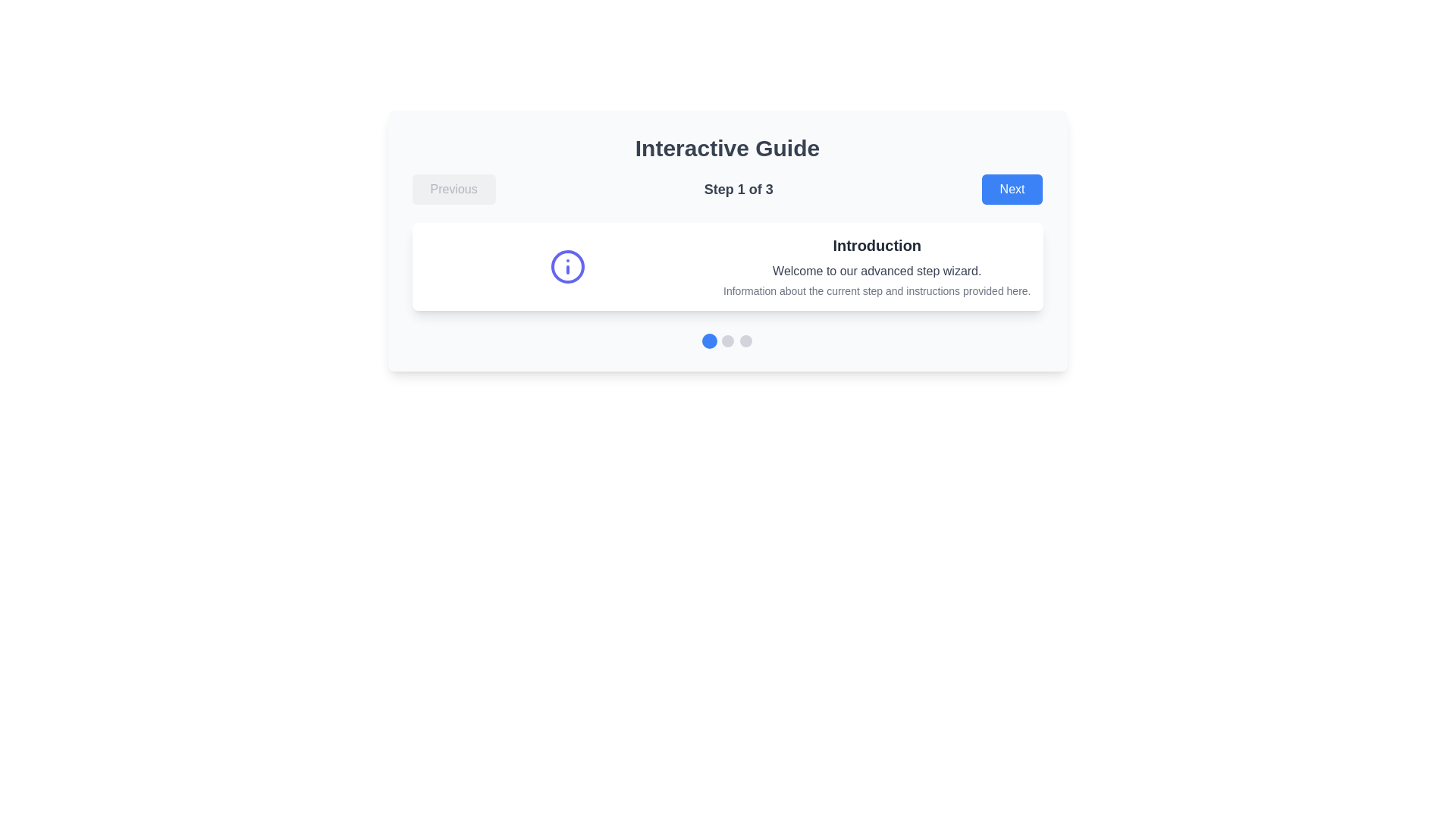  I want to click on the rightmost button in the navigation bar to proceed to the next step in the multi-step process, so click(1012, 189).